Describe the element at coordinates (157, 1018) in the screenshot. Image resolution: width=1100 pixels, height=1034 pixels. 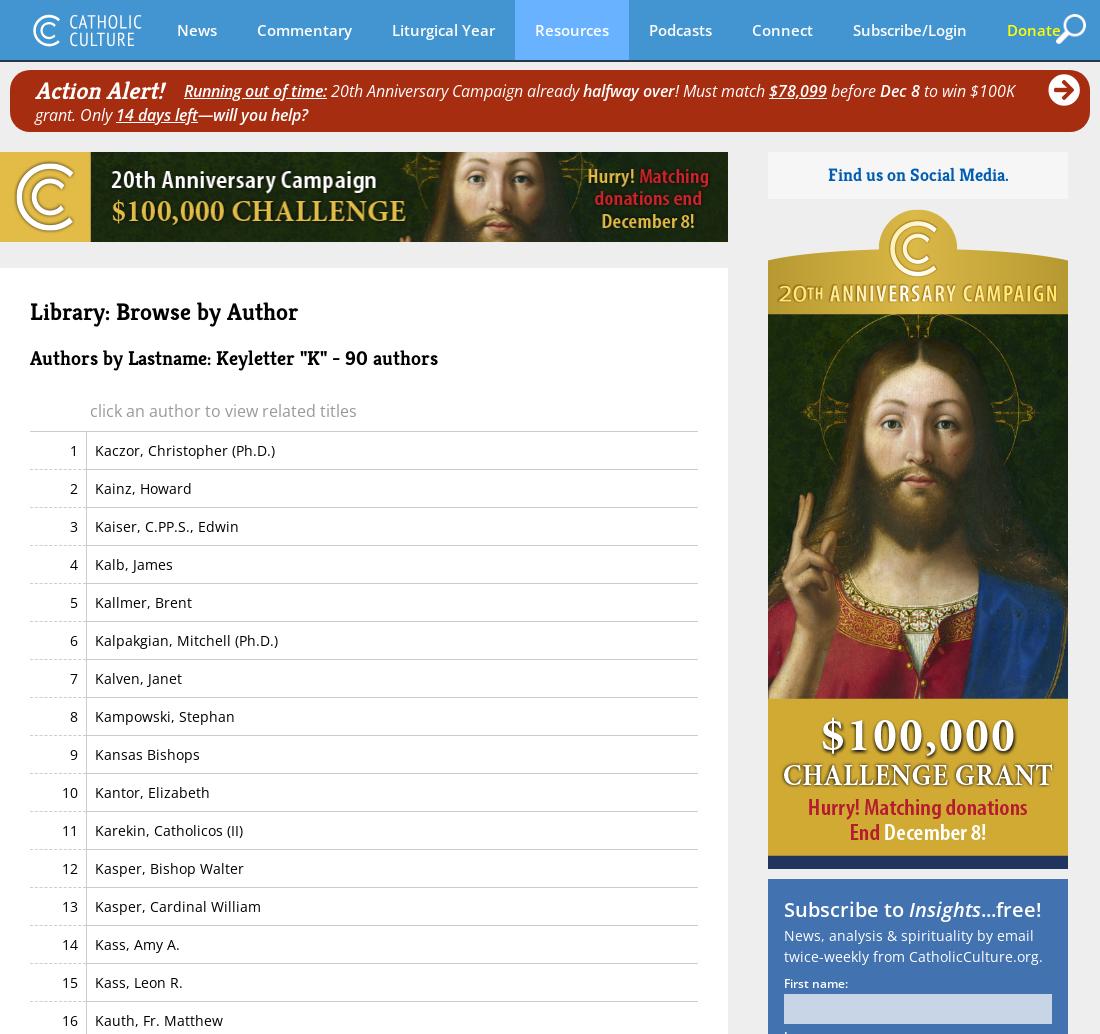
I see `'Kauth, Fr. Matthew'` at that location.